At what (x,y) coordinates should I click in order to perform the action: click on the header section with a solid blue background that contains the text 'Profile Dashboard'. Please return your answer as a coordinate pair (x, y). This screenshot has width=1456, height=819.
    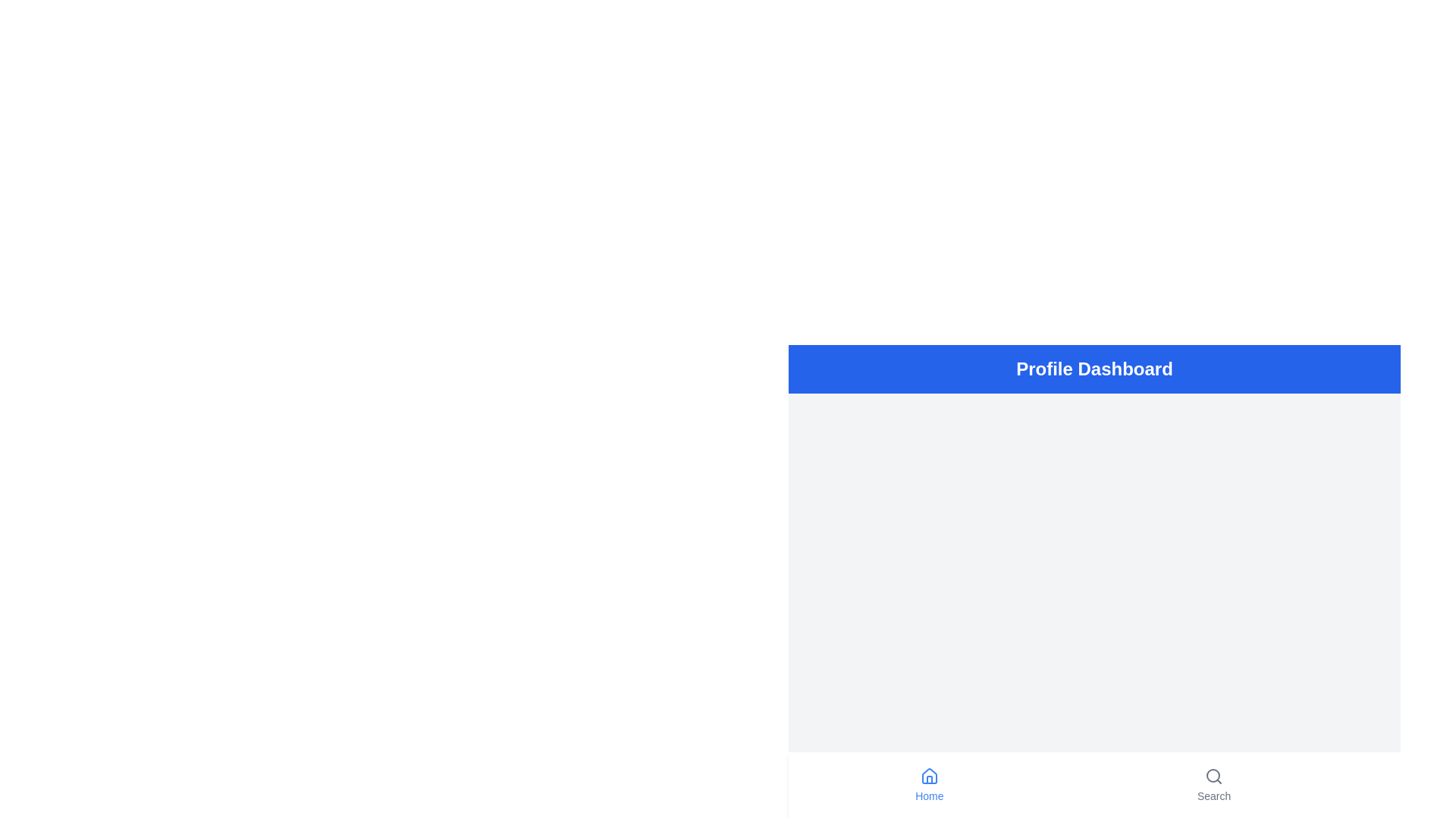
    Looking at the image, I should click on (1094, 369).